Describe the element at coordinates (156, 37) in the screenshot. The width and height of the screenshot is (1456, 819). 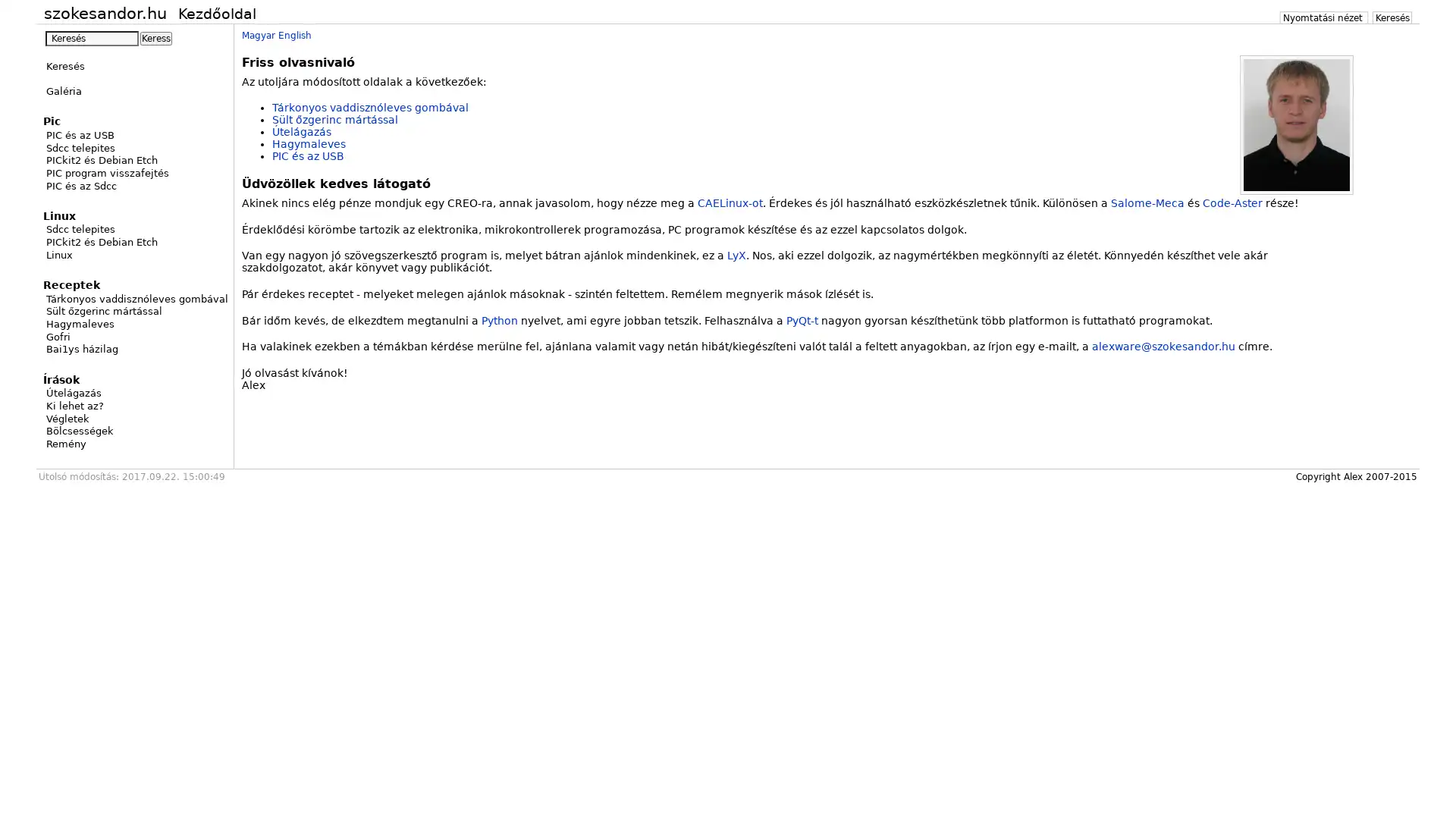
I see `Keress` at that location.